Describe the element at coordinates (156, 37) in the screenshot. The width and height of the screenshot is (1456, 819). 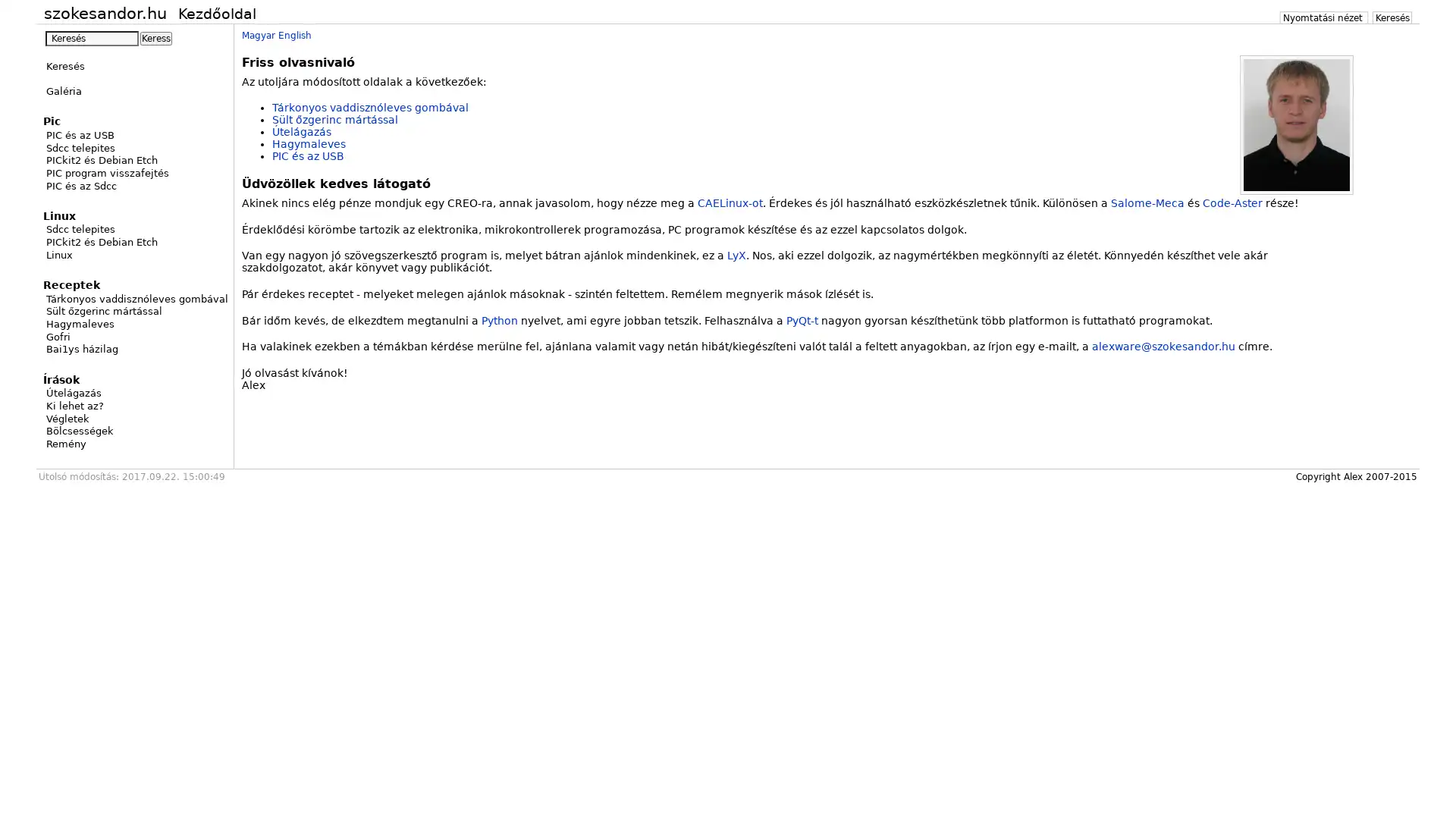
I see `Keress` at that location.